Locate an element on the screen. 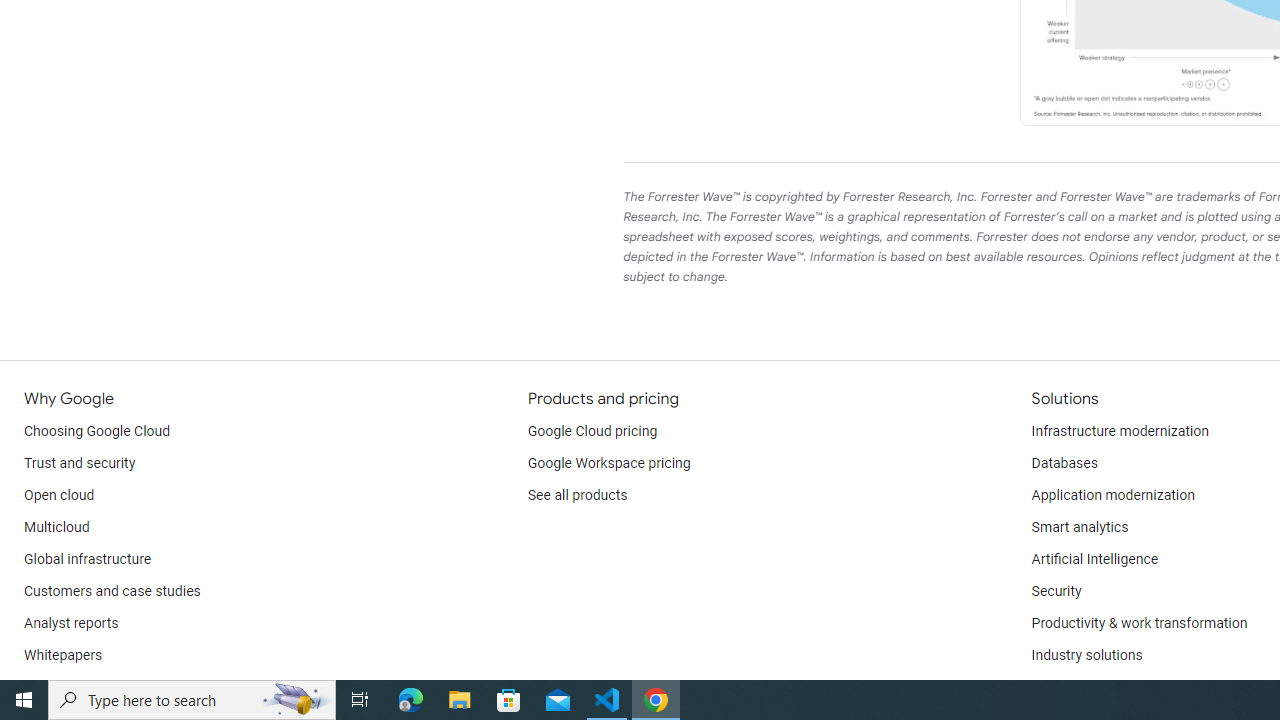 Image resolution: width=1280 pixels, height=720 pixels. 'Artificial Intelligence' is located at coordinates (1093, 560).